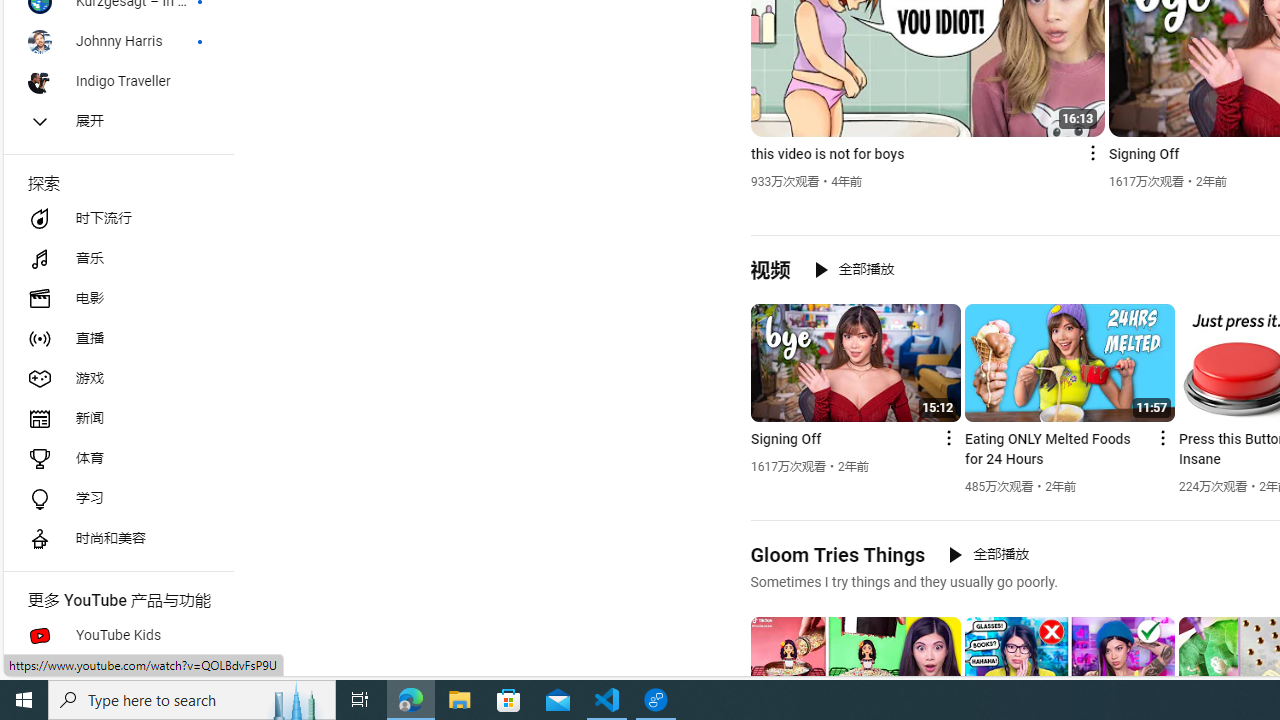  I want to click on 'Indigo Traveller', so click(116, 81).